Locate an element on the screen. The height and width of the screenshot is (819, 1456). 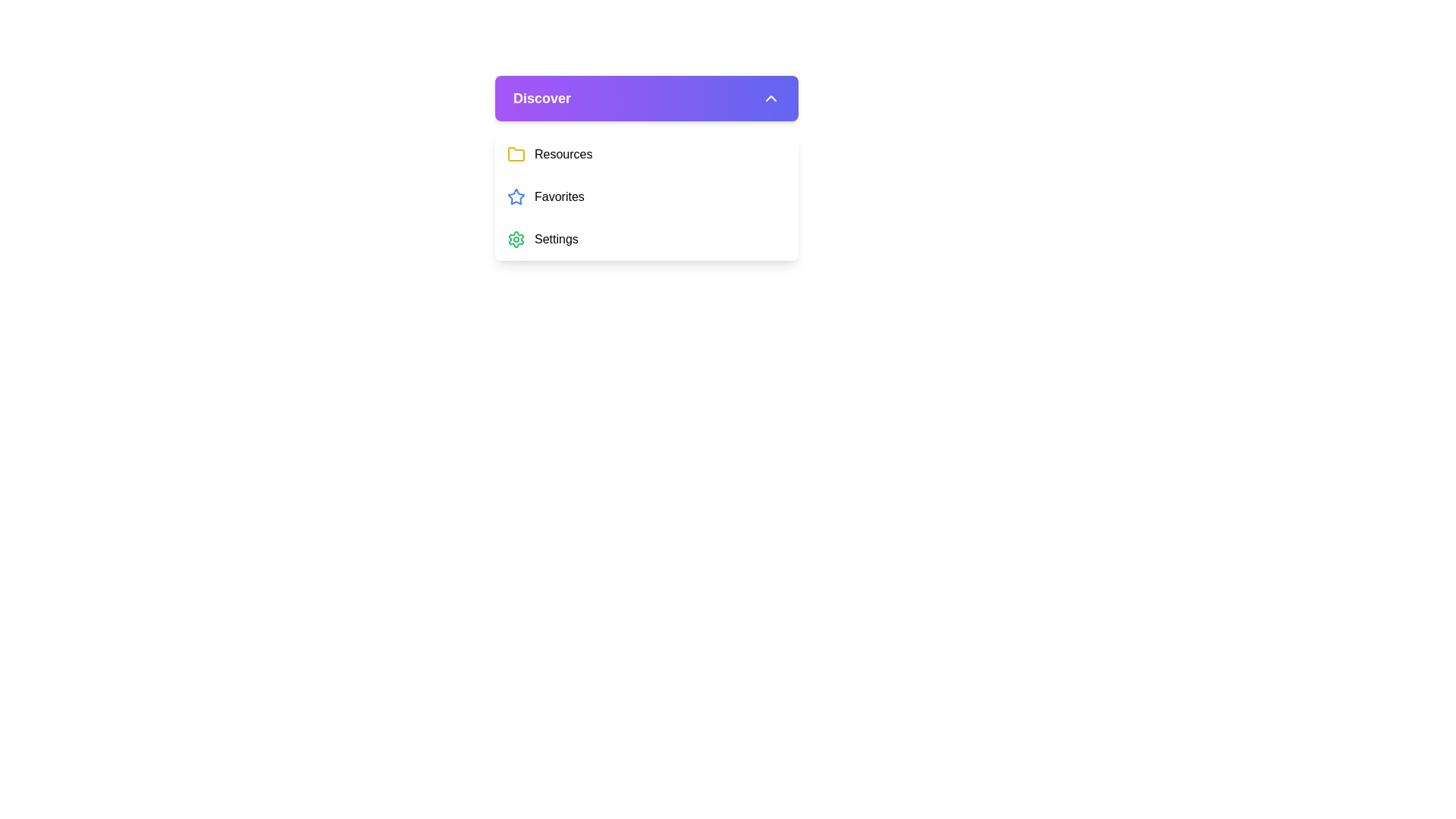
the chevron-shaped upward-pointing arrow located at the far-right side of the header section labeled 'Discover' is located at coordinates (771, 99).